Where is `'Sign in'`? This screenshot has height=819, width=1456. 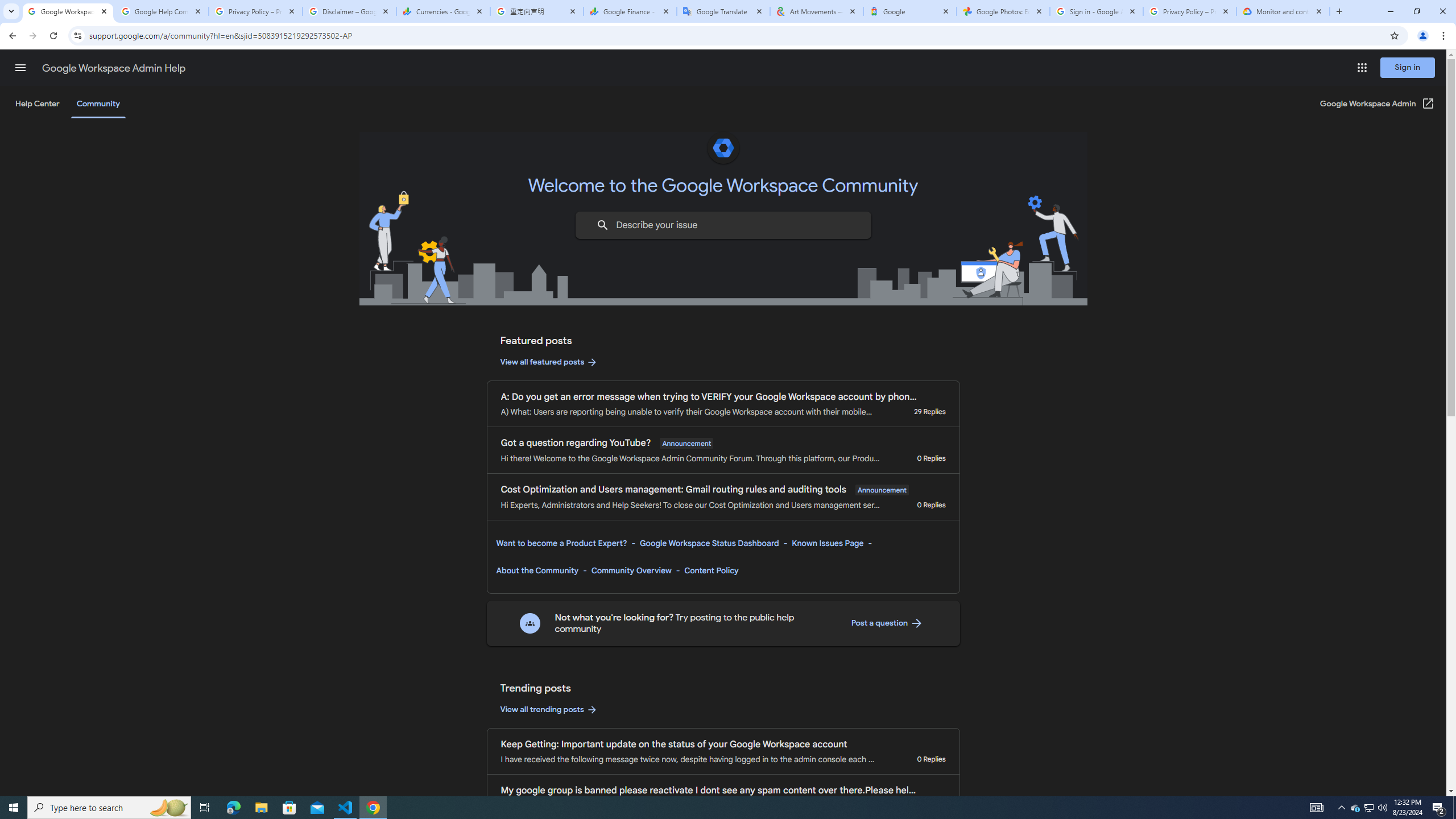 'Sign in' is located at coordinates (1407, 67).